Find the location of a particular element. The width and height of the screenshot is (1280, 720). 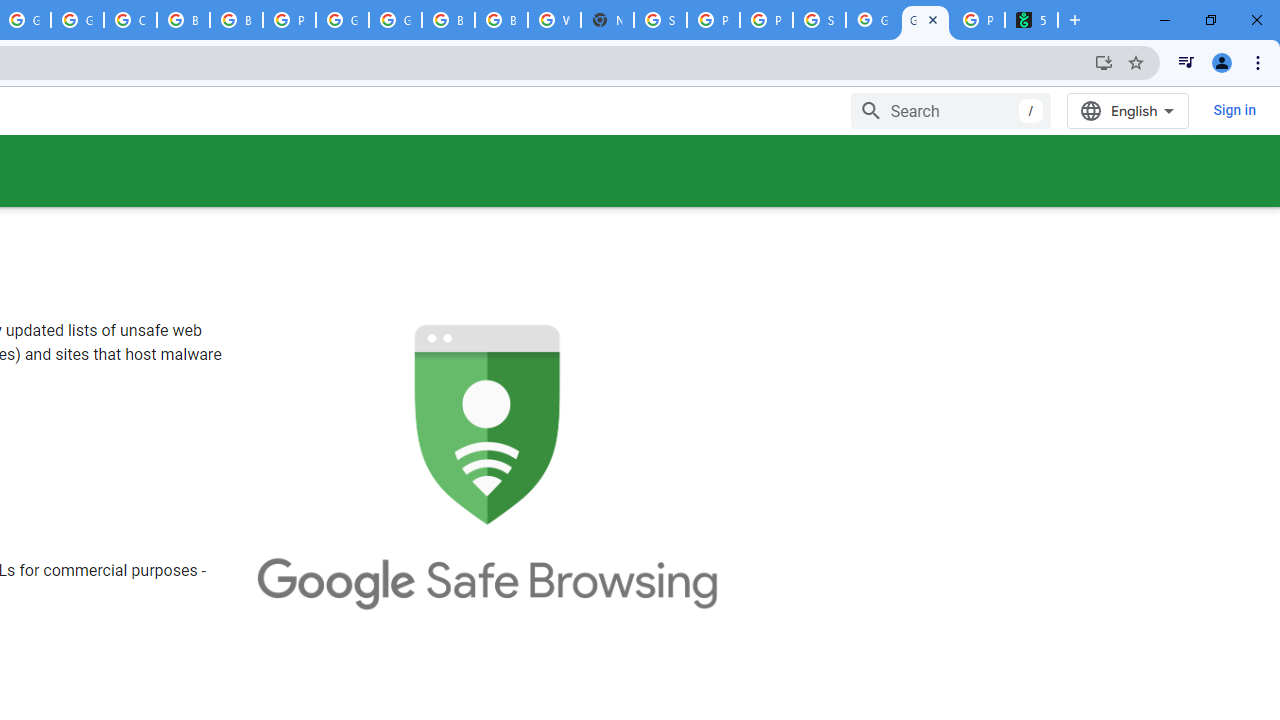

'English' is located at coordinates (1128, 110).